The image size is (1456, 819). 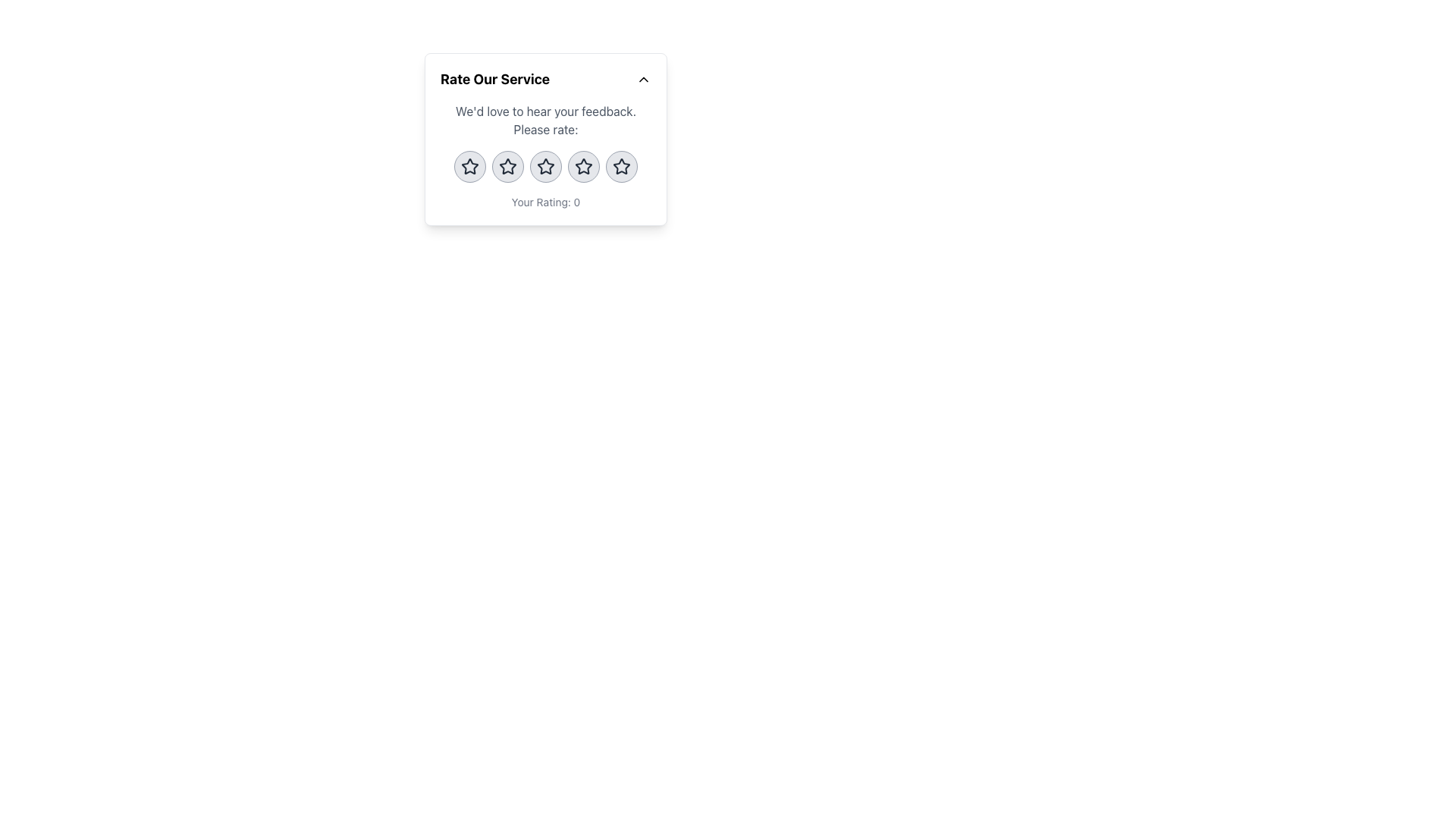 I want to click on the third star icon in the rating component, so click(x=546, y=166).